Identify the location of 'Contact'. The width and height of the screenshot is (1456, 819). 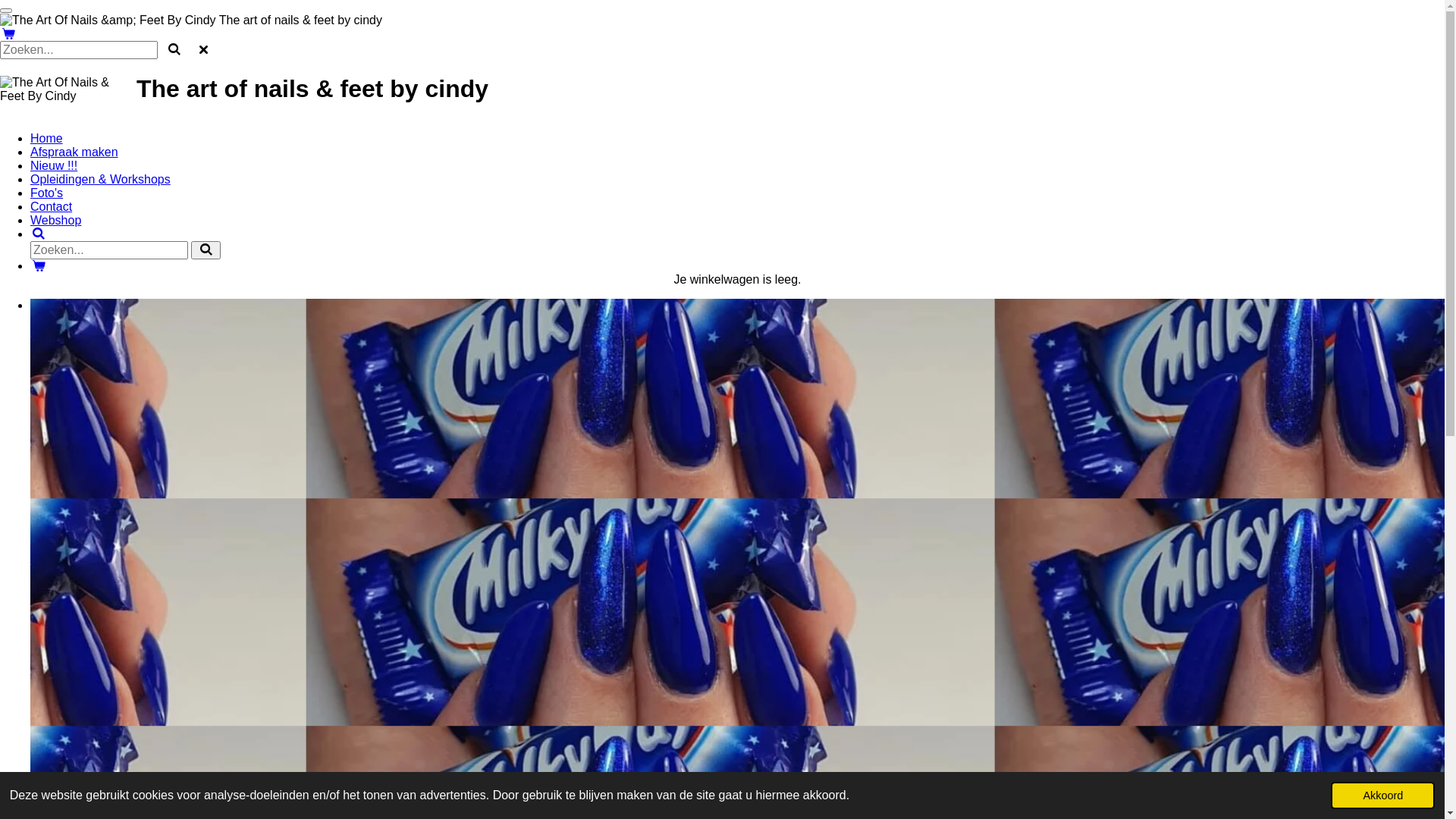
(30, 206).